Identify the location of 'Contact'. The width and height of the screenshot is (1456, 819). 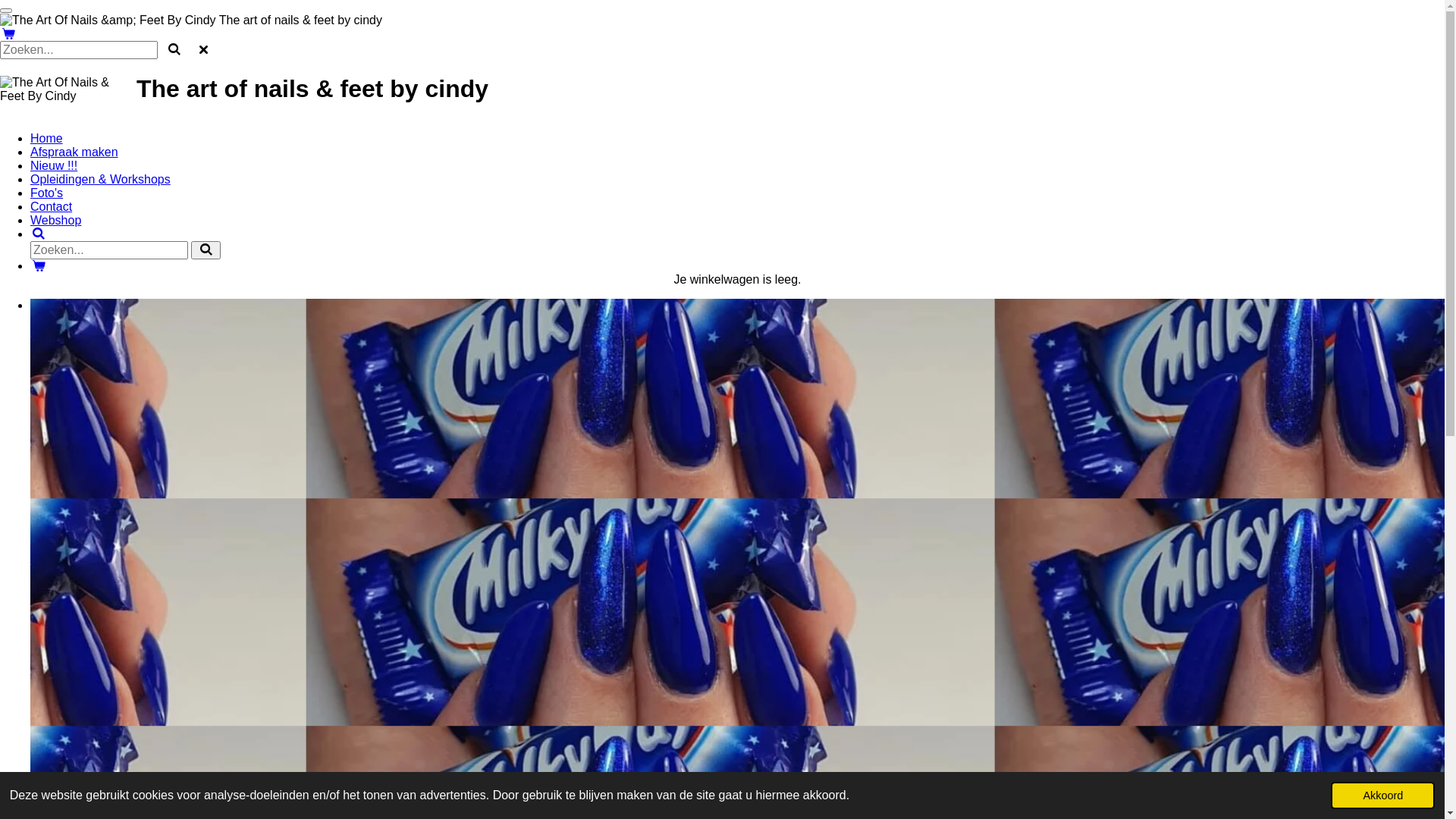
(30, 206).